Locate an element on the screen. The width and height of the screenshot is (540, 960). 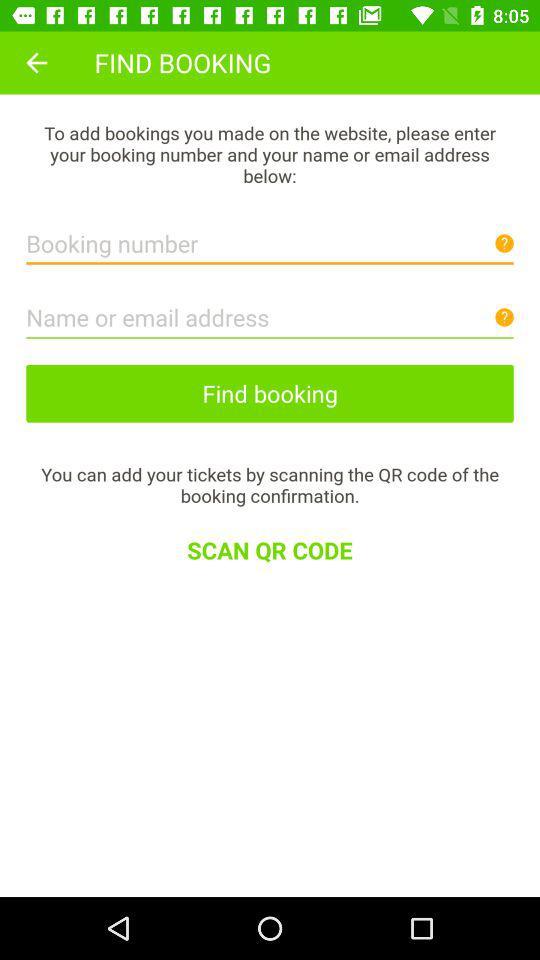
the icon to the left of the find booking item is located at coordinates (36, 62).